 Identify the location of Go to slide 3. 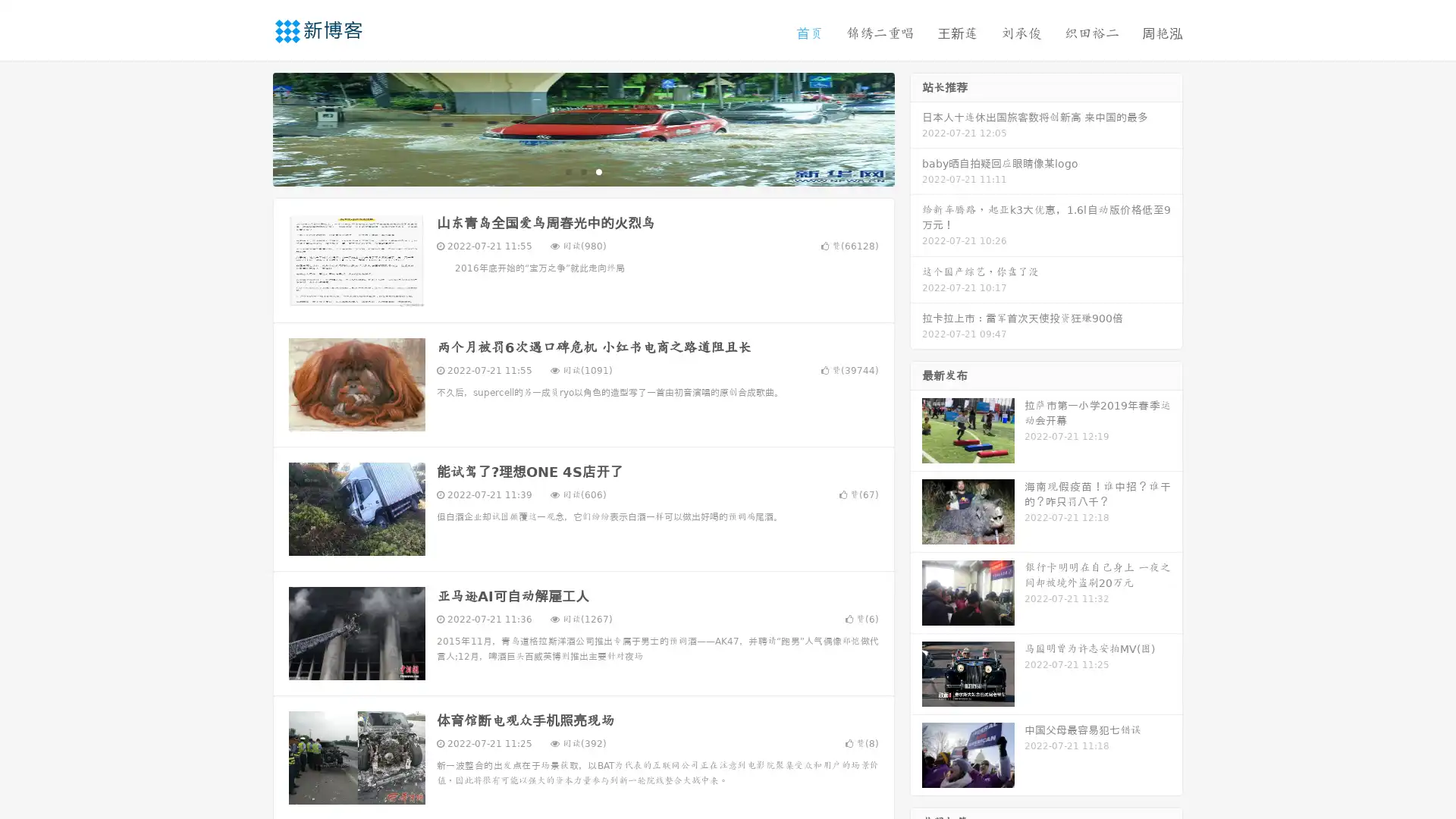
(598, 171).